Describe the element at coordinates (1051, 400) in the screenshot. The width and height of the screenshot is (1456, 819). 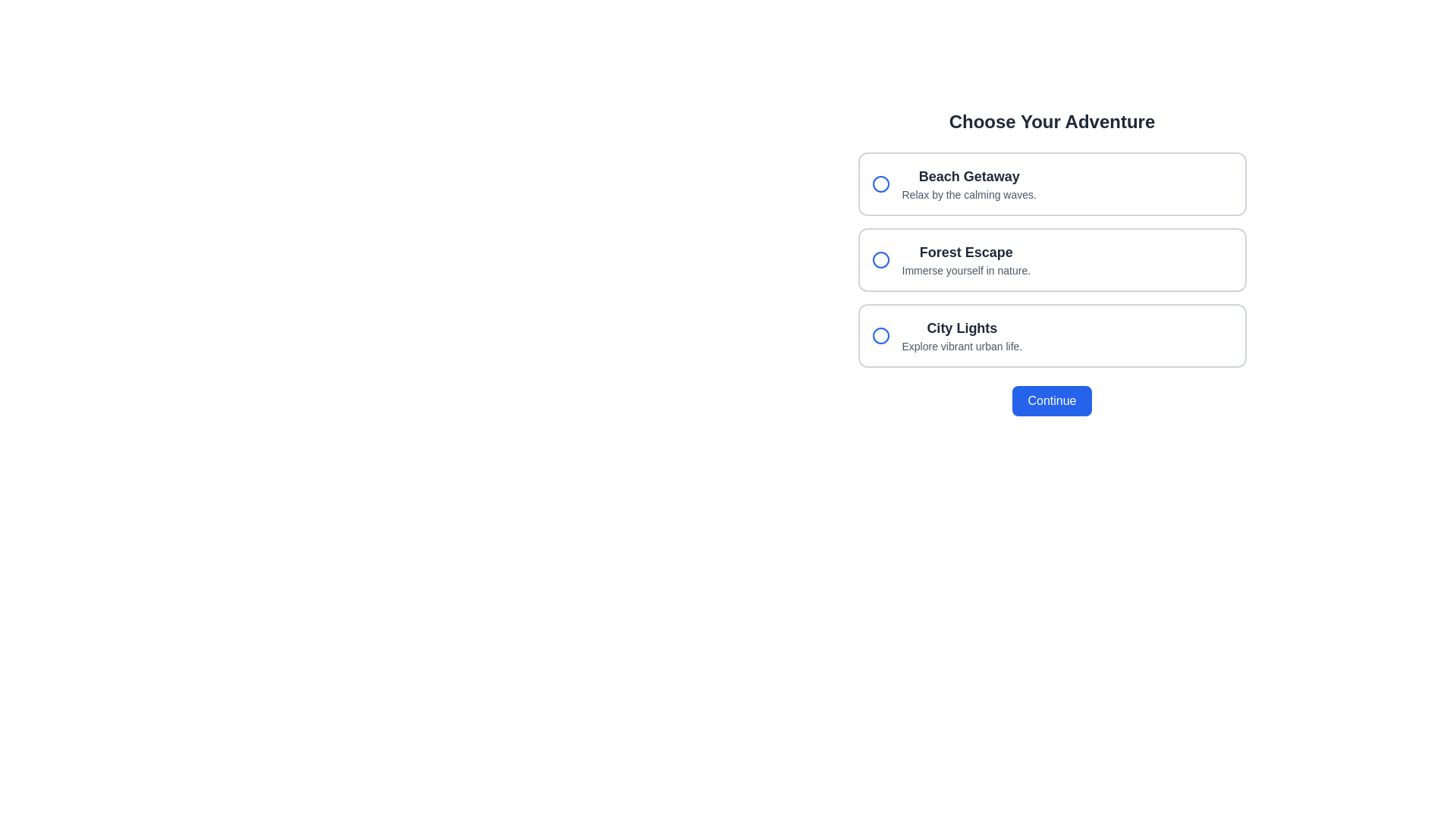
I see `the submission button located centrally at the bottom of the layout to observe the visual hover change` at that location.